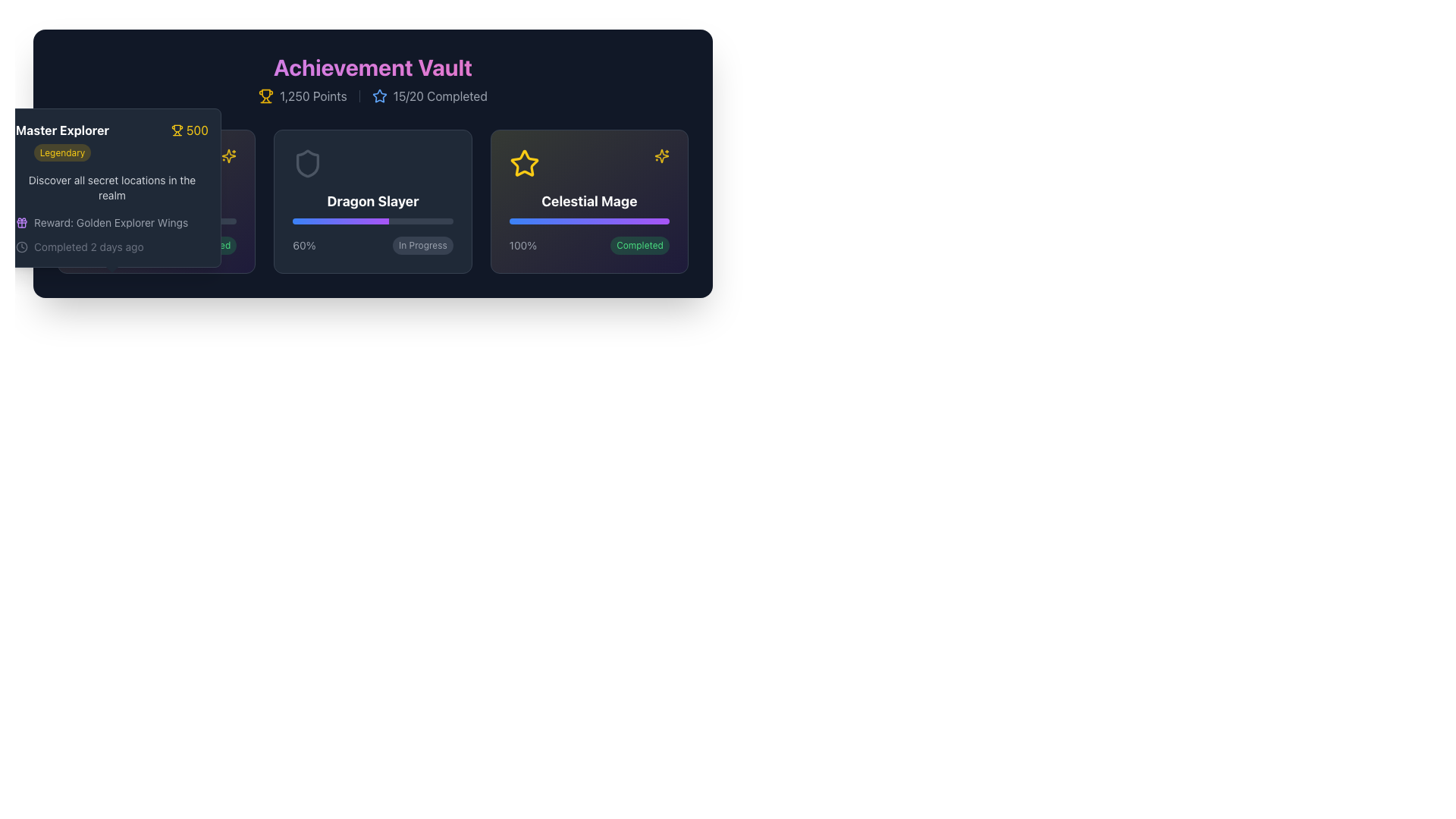 The image size is (1456, 819). I want to click on the text label that states 'Completed 2 days ago', which is positioned at the bottom section of the 'Master Explorer' card, adjacent to the clock icon, so click(88, 246).